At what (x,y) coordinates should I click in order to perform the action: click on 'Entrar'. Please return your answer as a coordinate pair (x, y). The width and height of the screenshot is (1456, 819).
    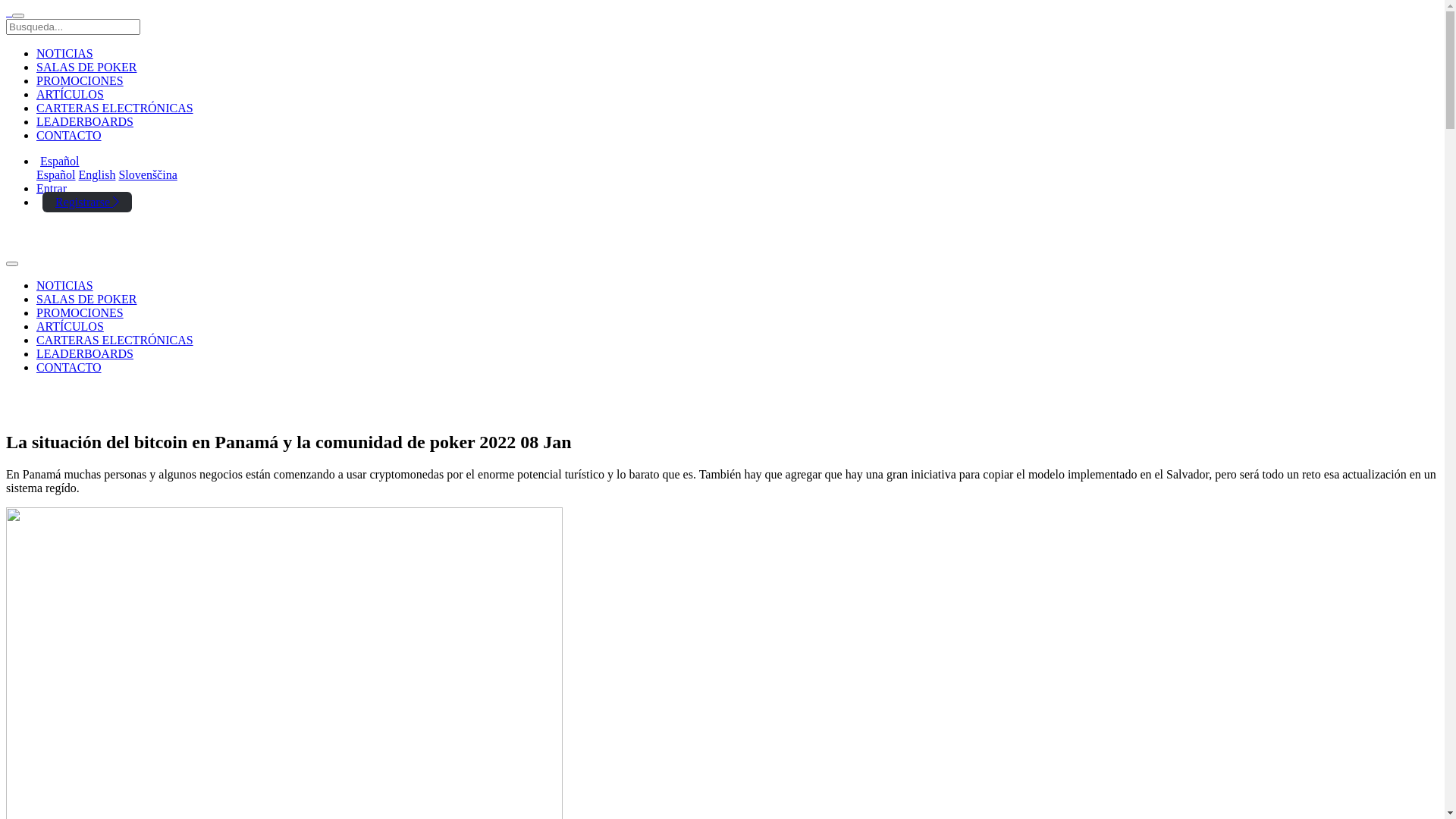
    Looking at the image, I should click on (51, 187).